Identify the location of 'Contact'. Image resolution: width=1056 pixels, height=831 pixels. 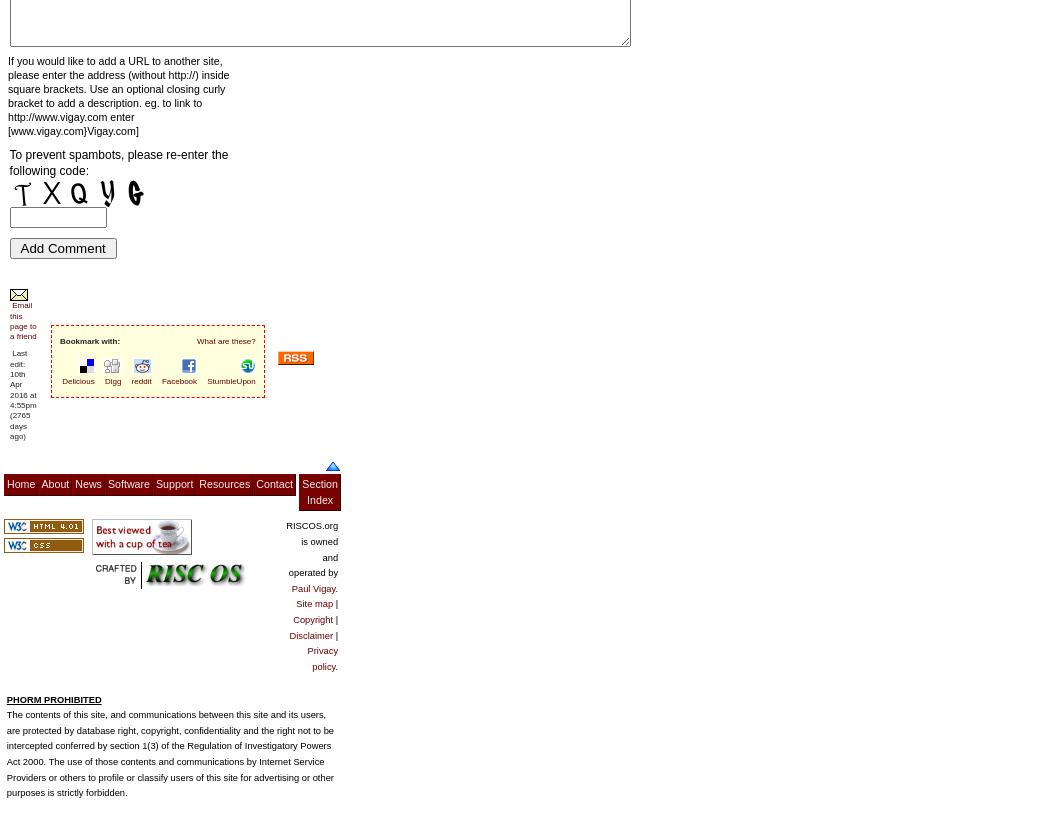
(274, 483).